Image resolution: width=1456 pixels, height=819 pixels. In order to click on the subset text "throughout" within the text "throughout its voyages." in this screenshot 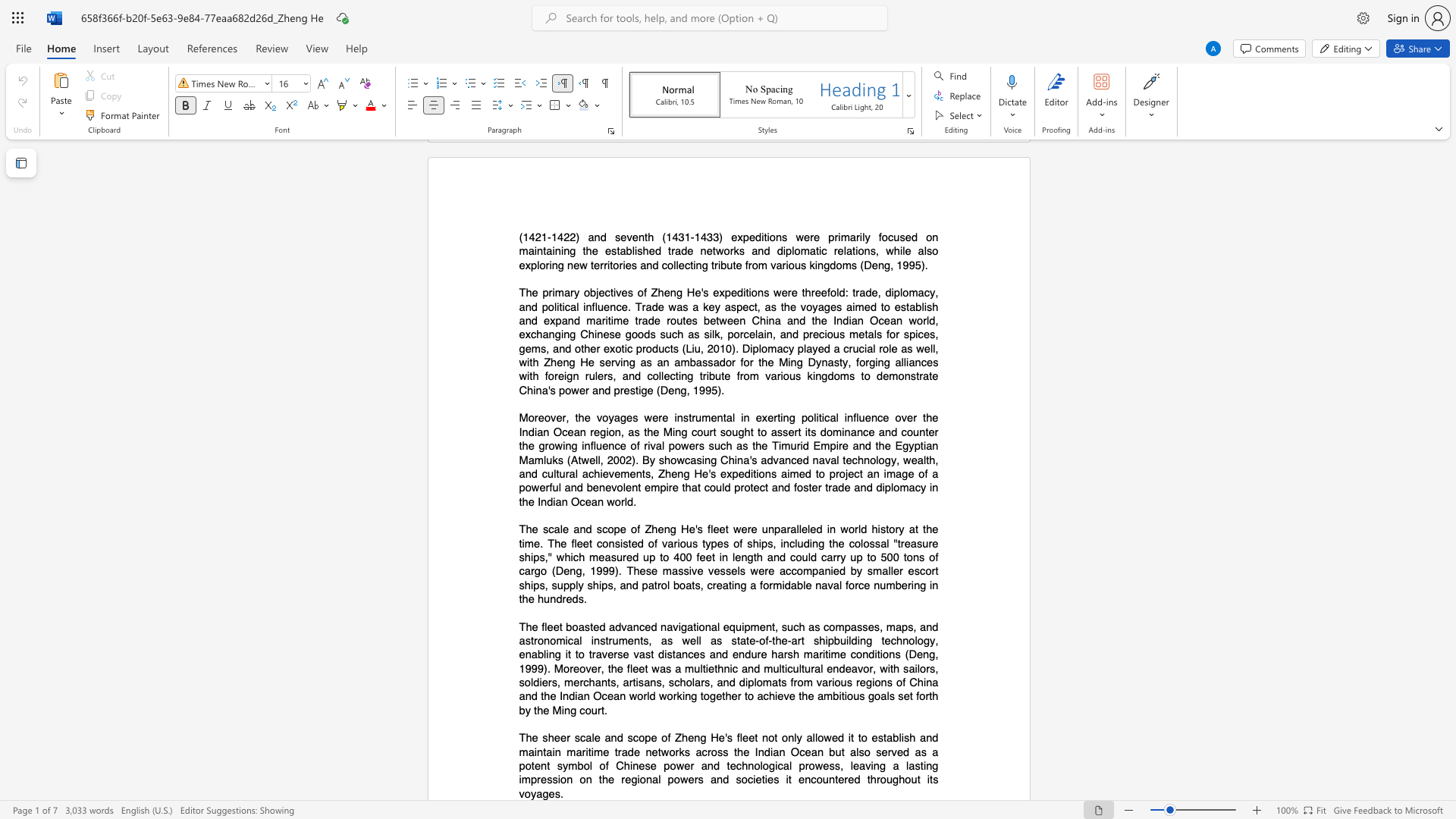, I will do `click(867, 780)`.